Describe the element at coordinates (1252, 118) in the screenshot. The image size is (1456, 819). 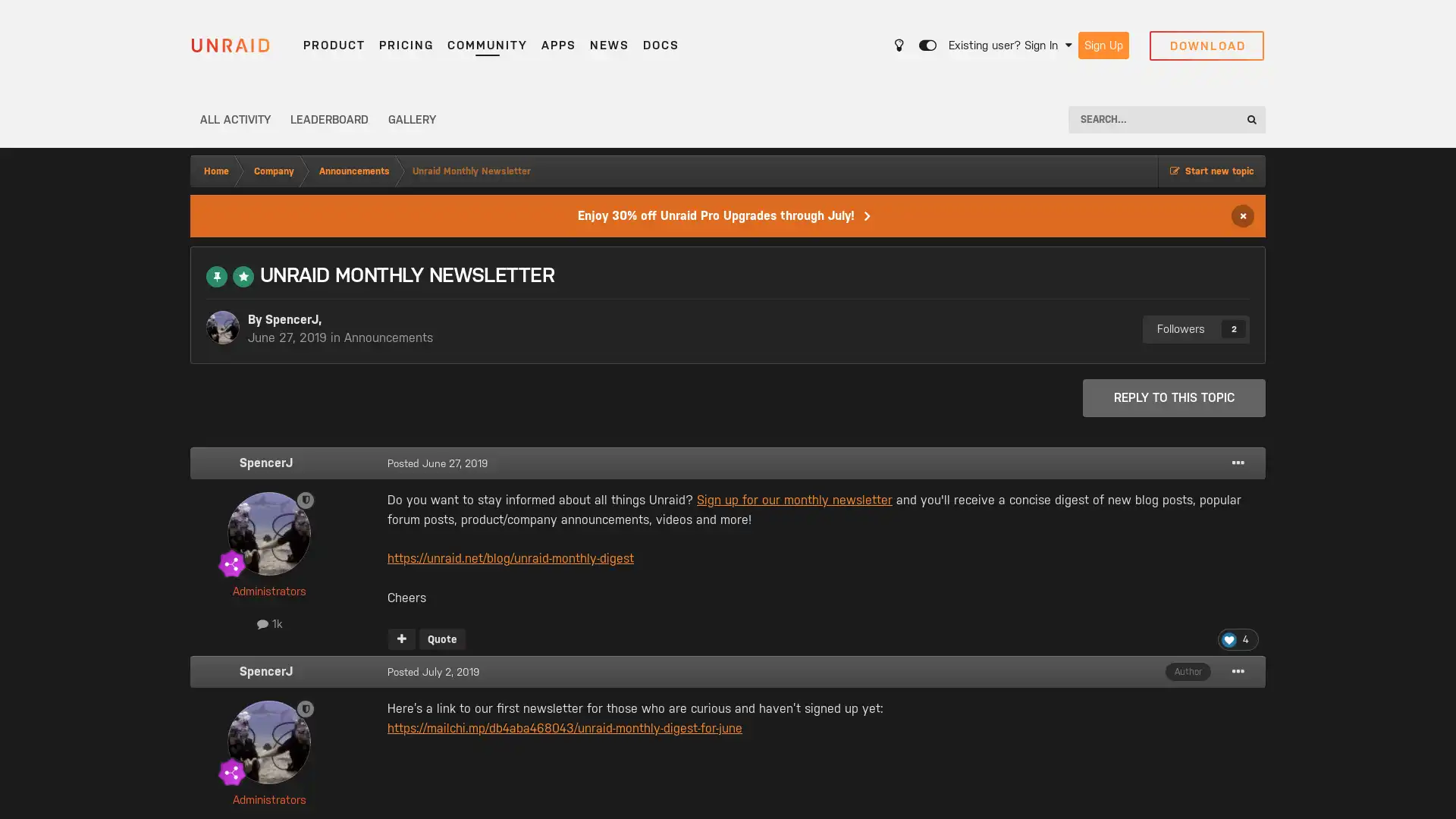
I see `Search` at that location.